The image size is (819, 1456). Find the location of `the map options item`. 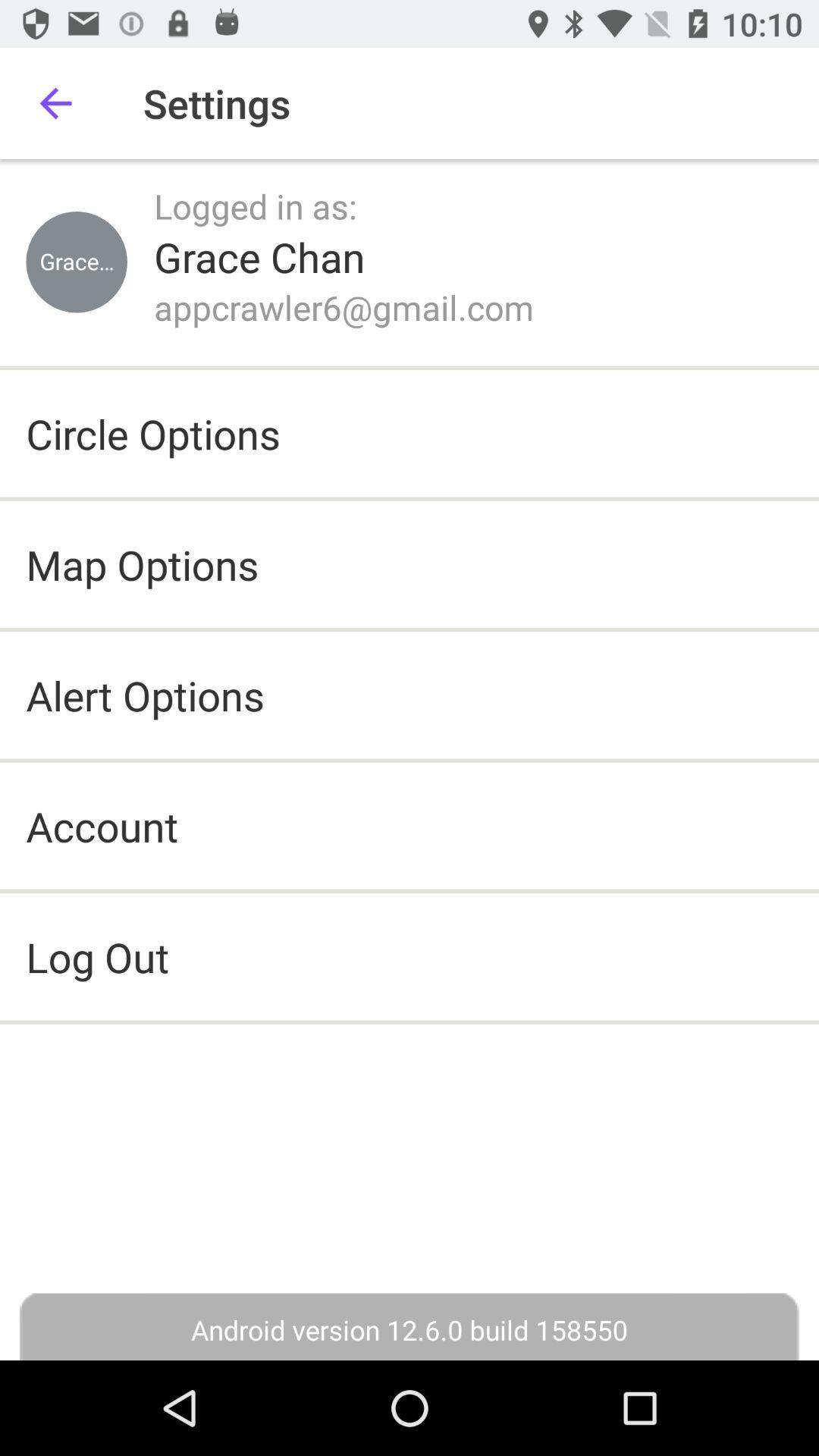

the map options item is located at coordinates (142, 563).